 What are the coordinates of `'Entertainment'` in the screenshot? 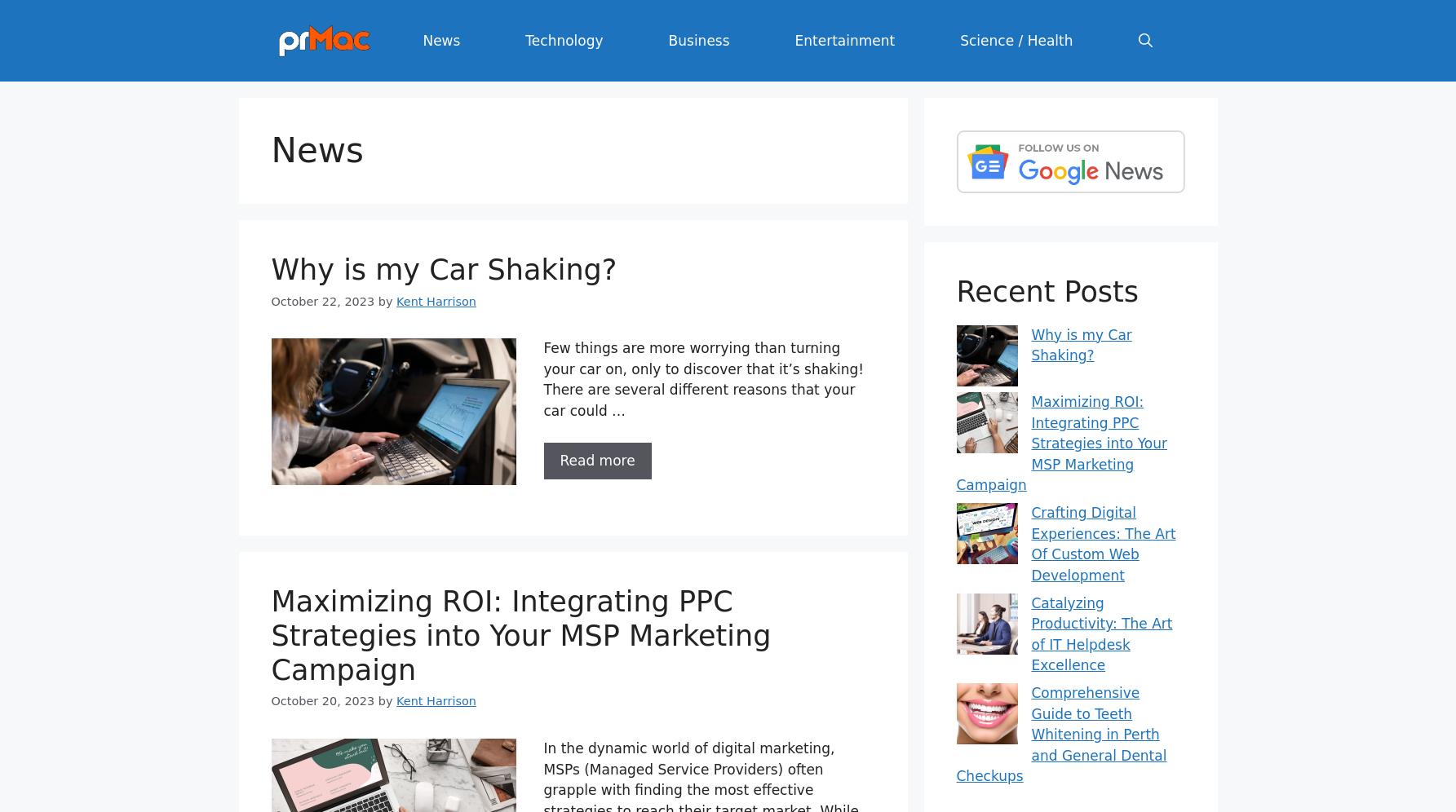 It's located at (844, 39).